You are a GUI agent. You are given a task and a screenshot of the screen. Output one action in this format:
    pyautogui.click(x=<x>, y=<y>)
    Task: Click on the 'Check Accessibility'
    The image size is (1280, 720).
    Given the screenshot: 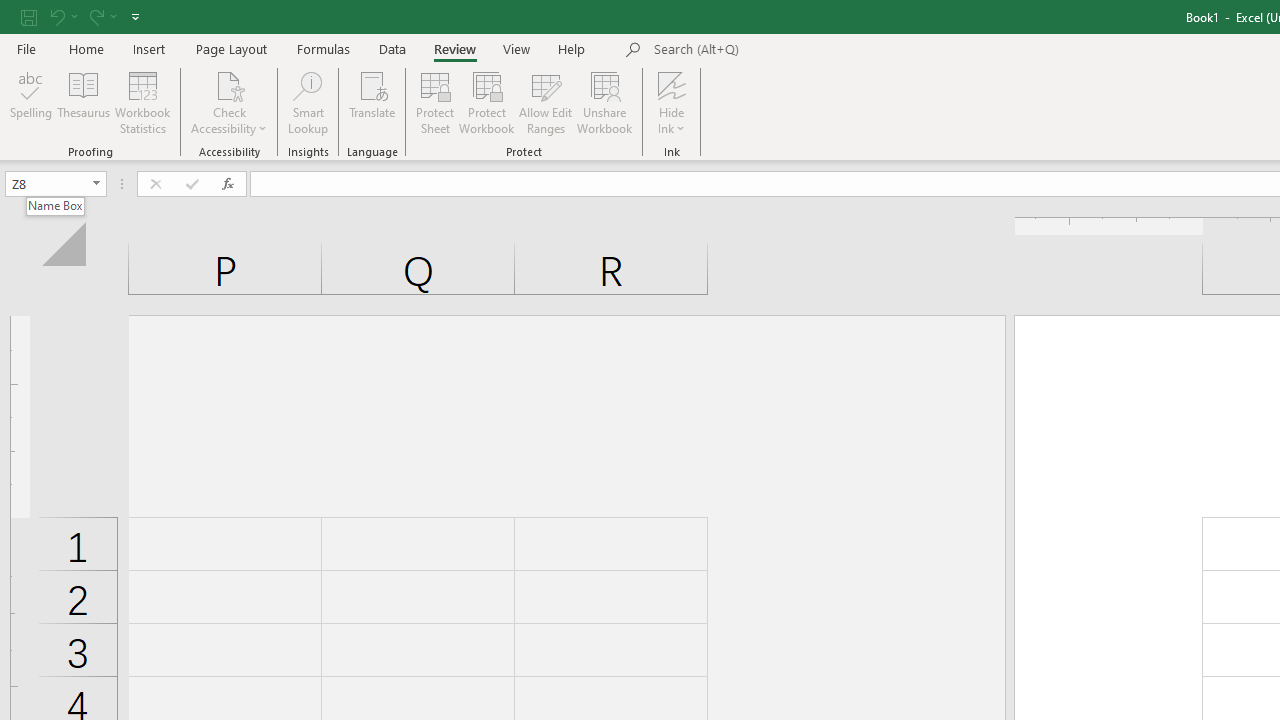 What is the action you would take?
    pyautogui.click(x=229, y=103)
    